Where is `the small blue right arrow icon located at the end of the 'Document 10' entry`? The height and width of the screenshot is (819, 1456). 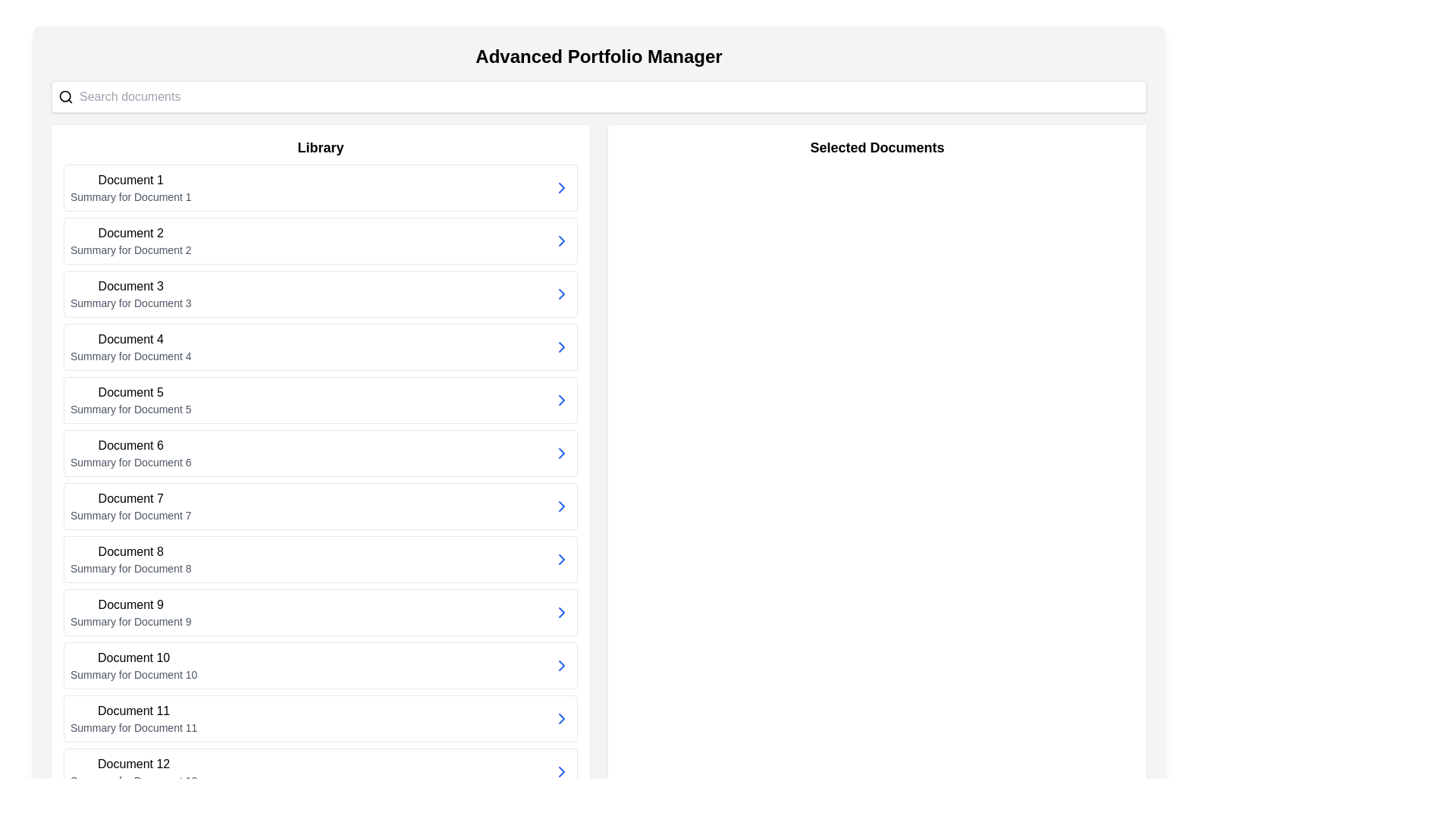
the small blue right arrow icon located at the end of the 'Document 10' entry is located at coordinates (560, 665).